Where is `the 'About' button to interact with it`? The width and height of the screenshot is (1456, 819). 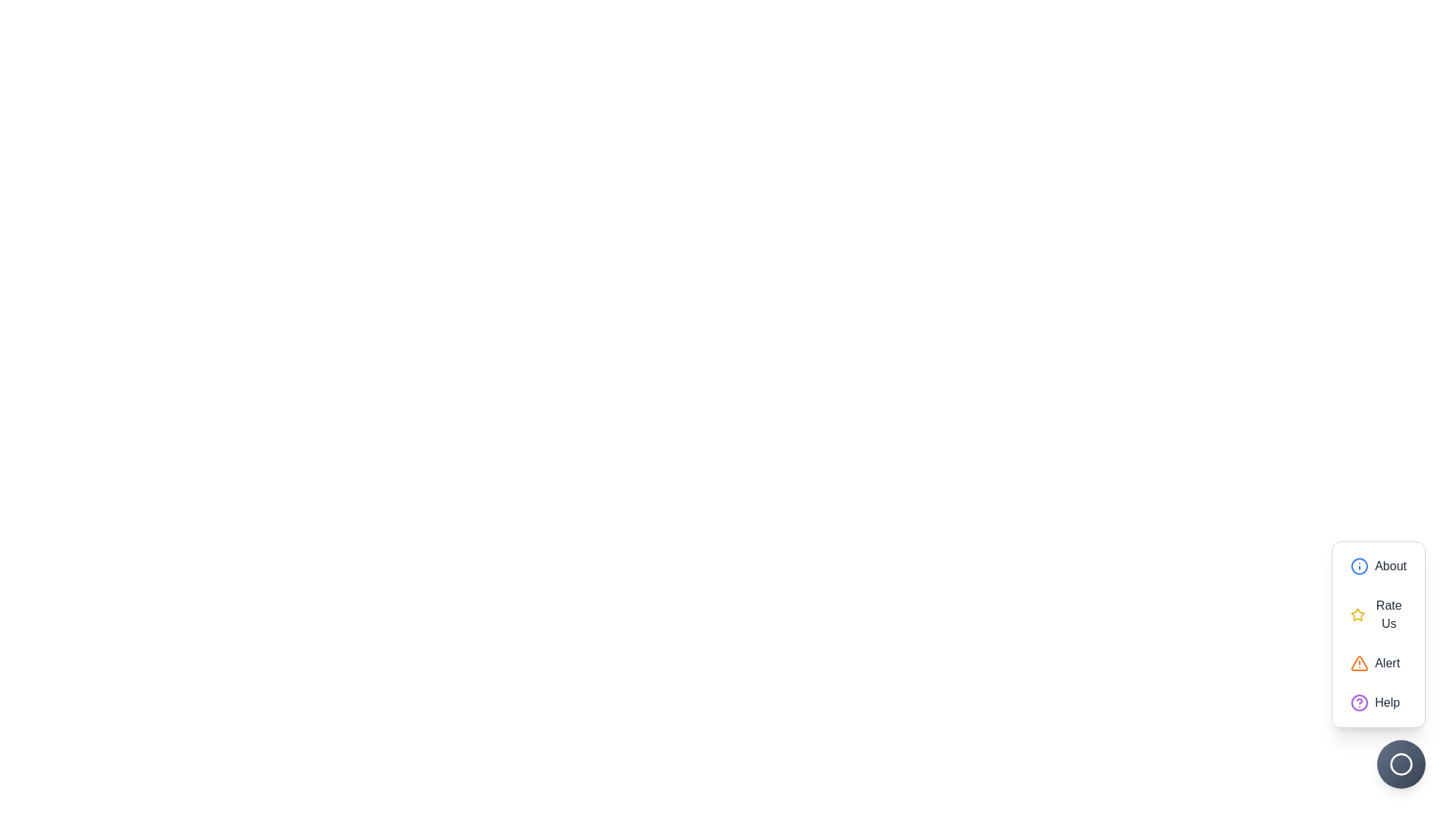 the 'About' button to interact with it is located at coordinates (1379, 566).